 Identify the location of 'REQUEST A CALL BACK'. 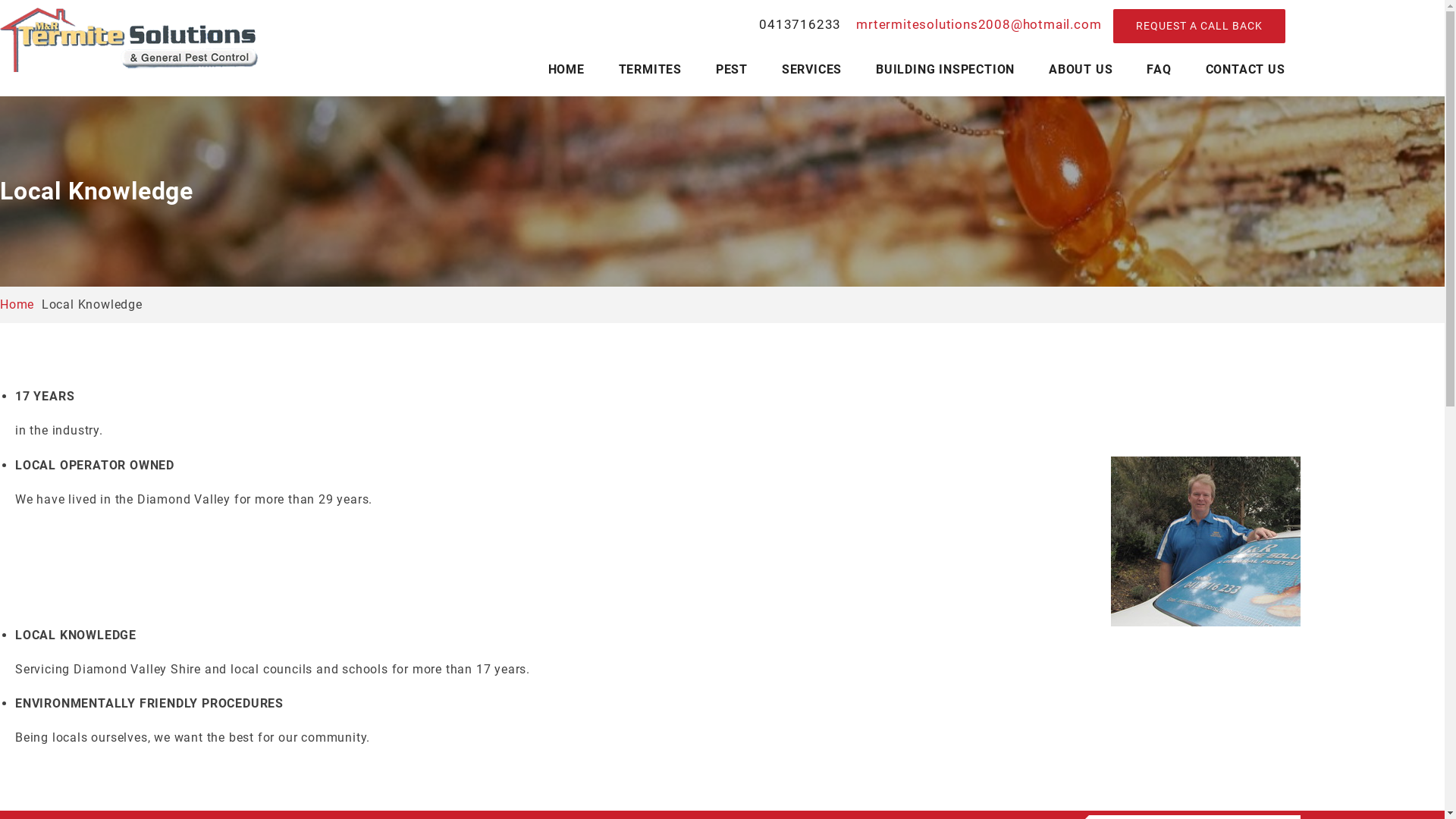
(1198, 26).